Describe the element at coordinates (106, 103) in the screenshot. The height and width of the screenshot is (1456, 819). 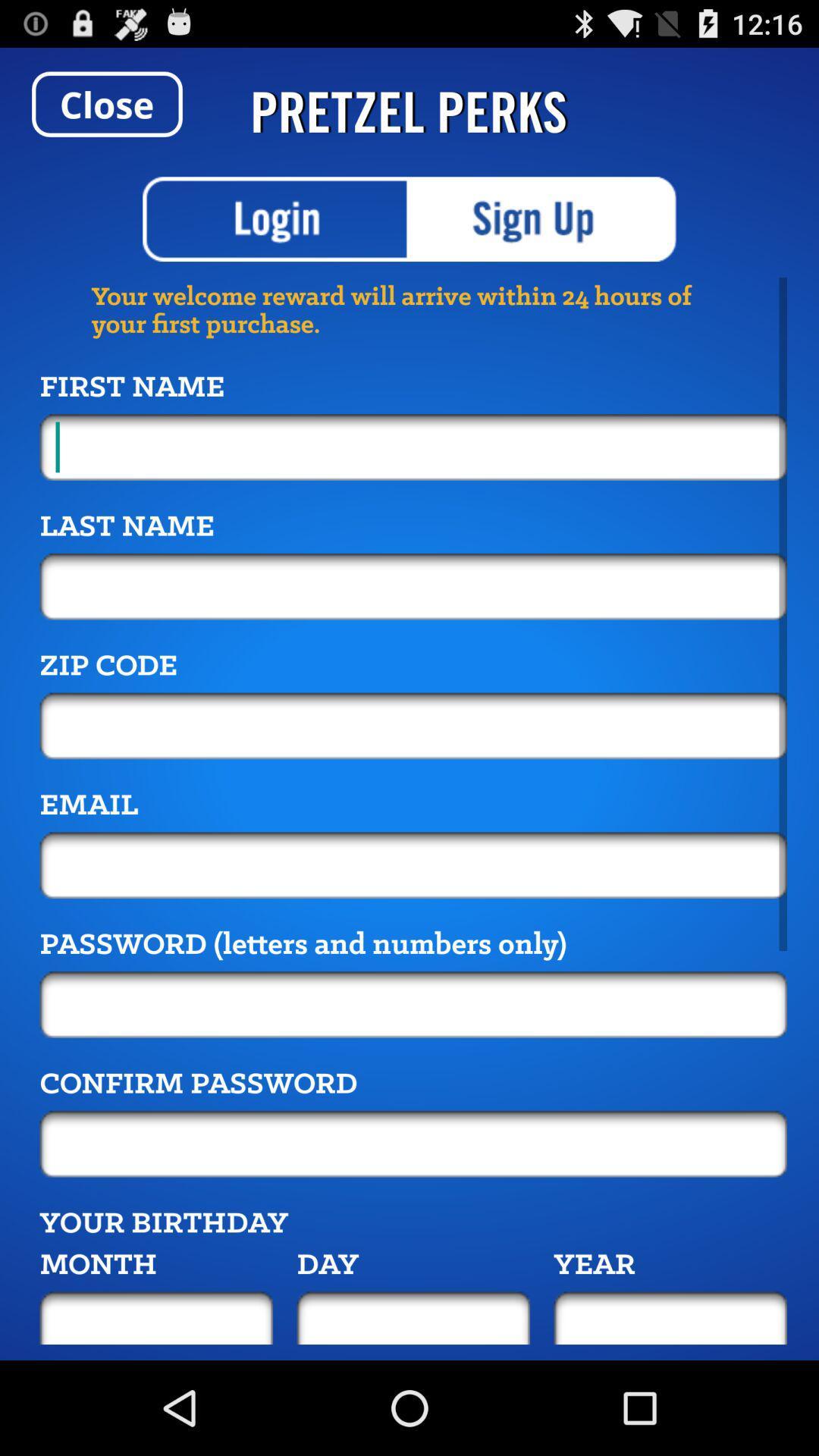
I see `item to the left of pretzel perks` at that location.